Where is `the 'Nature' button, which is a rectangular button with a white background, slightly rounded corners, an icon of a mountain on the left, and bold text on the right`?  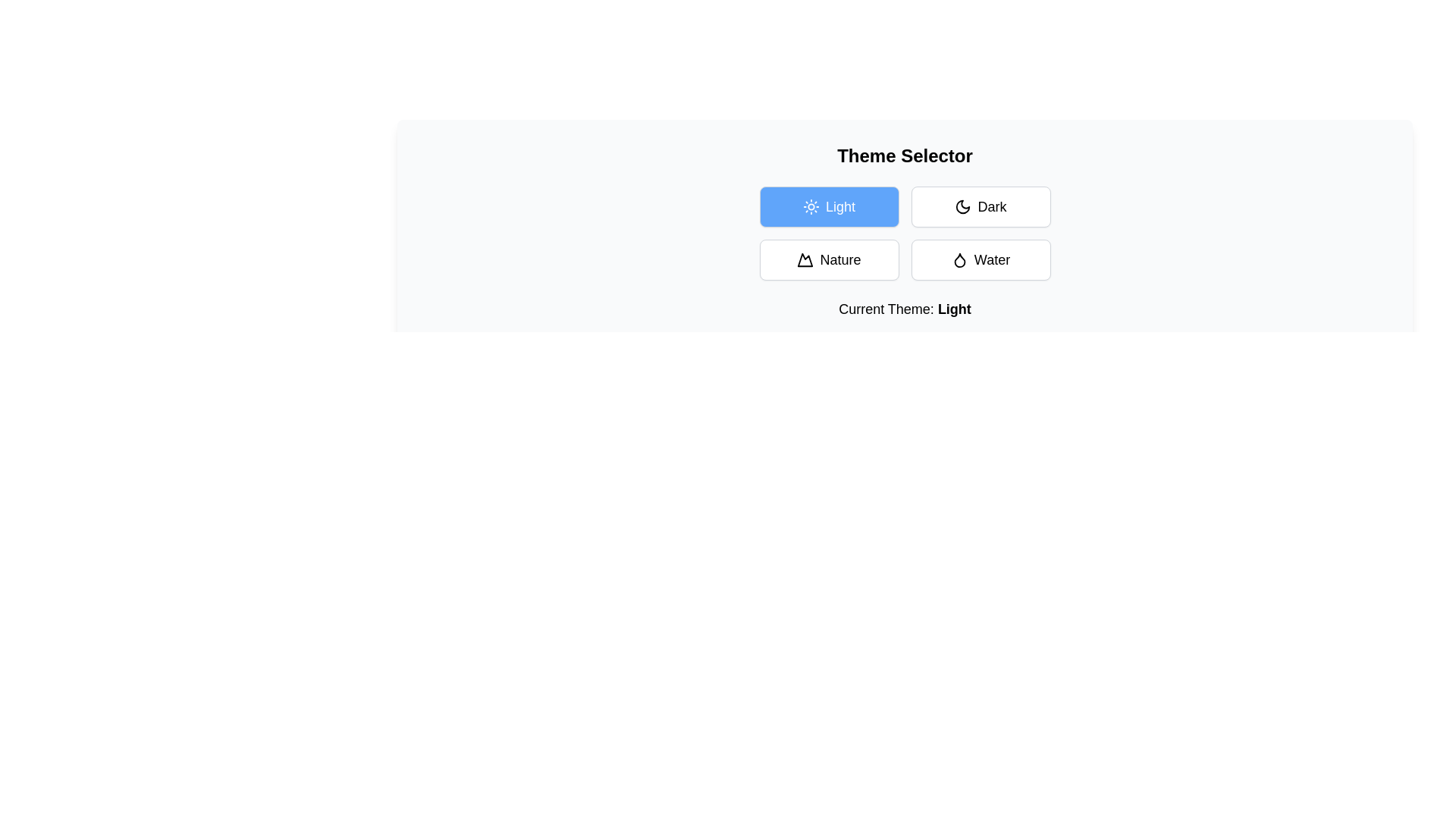 the 'Nature' button, which is a rectangular button with a white background, slightly rounded corners, an icon of a mountain on the left, and bold text on the right is located at coordinates (828, 259).